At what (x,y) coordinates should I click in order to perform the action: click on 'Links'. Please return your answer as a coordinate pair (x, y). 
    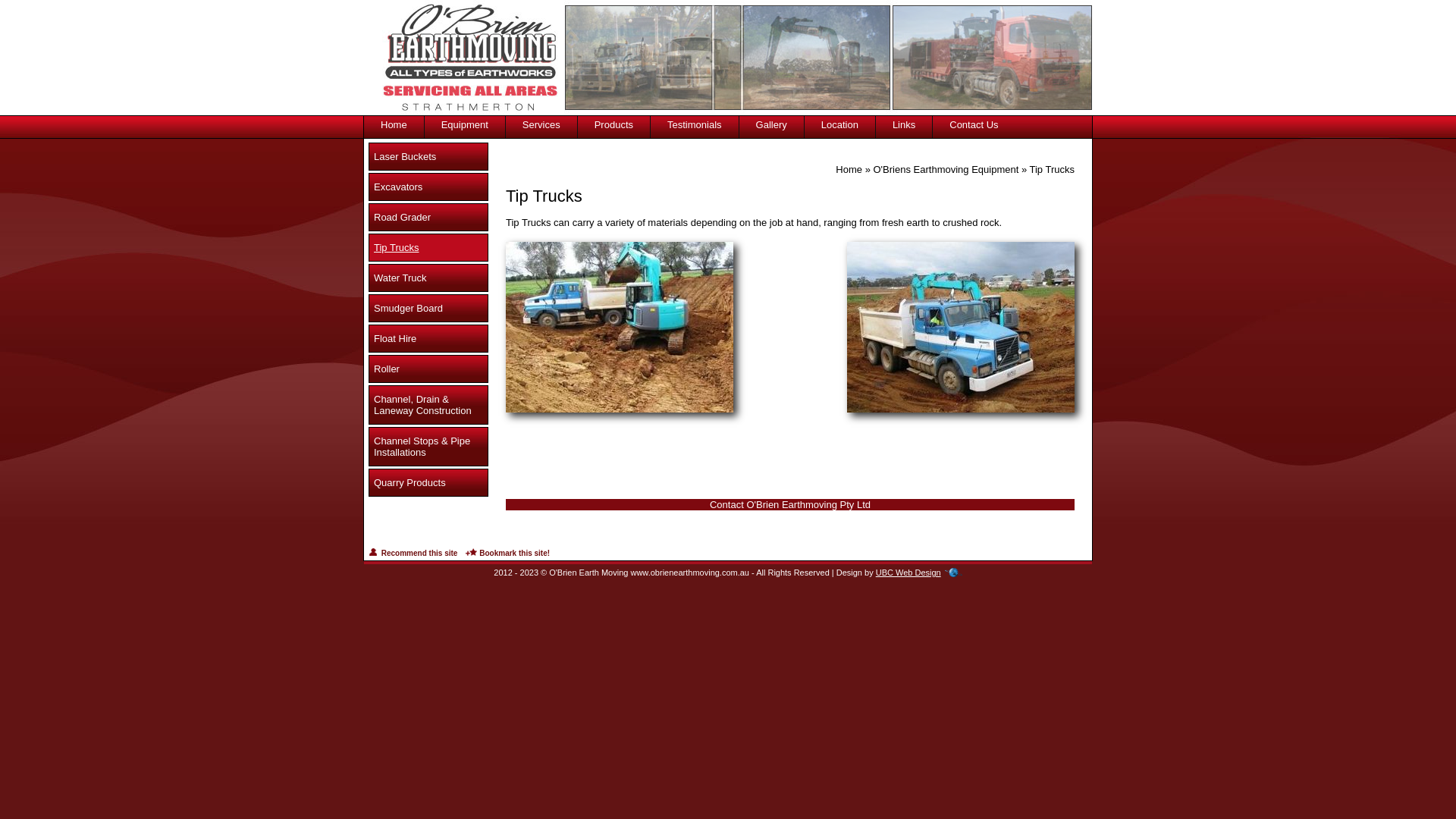
    Looking at the image, I should click on (903, 118).